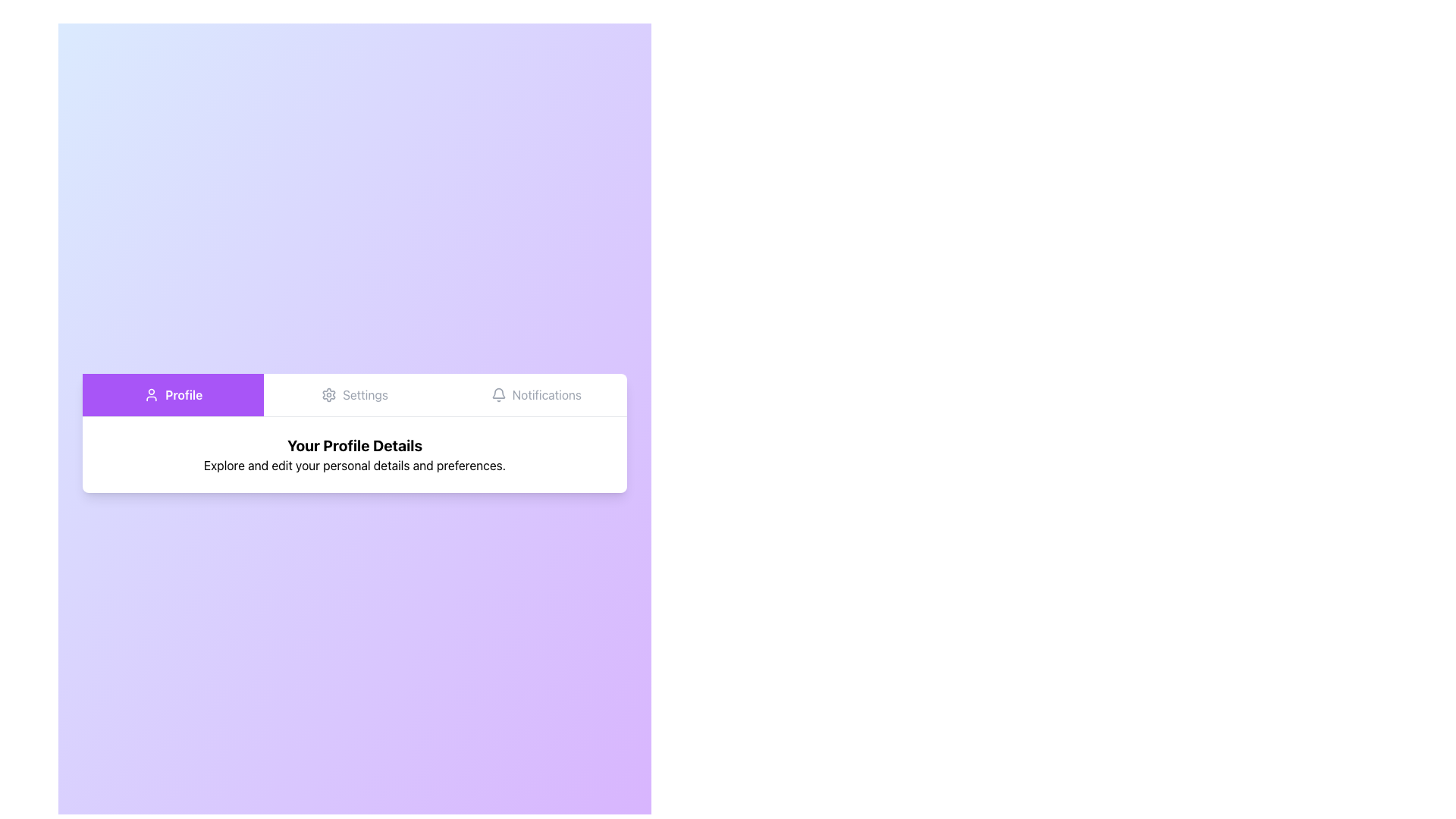 The image size is (1456, 819). Describe the element at coordinates (498, 394) in the screenshot. I see `the notifications icon (SVG) located towards the top right of the 'Notifications' text in the navigation bar` at that location.